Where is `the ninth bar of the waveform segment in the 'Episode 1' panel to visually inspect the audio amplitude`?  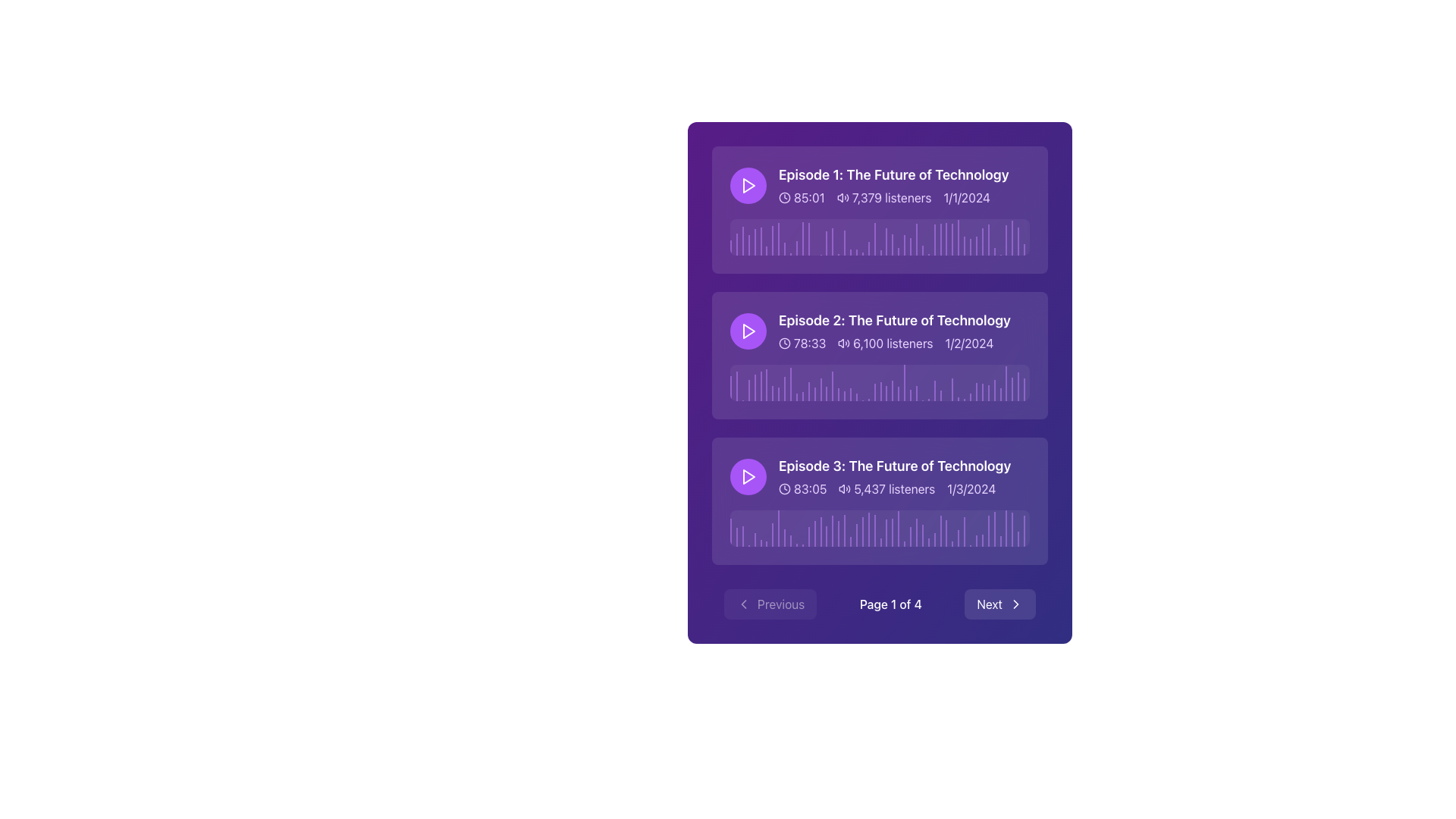
the ninth bar of the waveform segment in the 'Episode 1' panel to visually inspect the audio amplitude is located at coordinates (779, 239).